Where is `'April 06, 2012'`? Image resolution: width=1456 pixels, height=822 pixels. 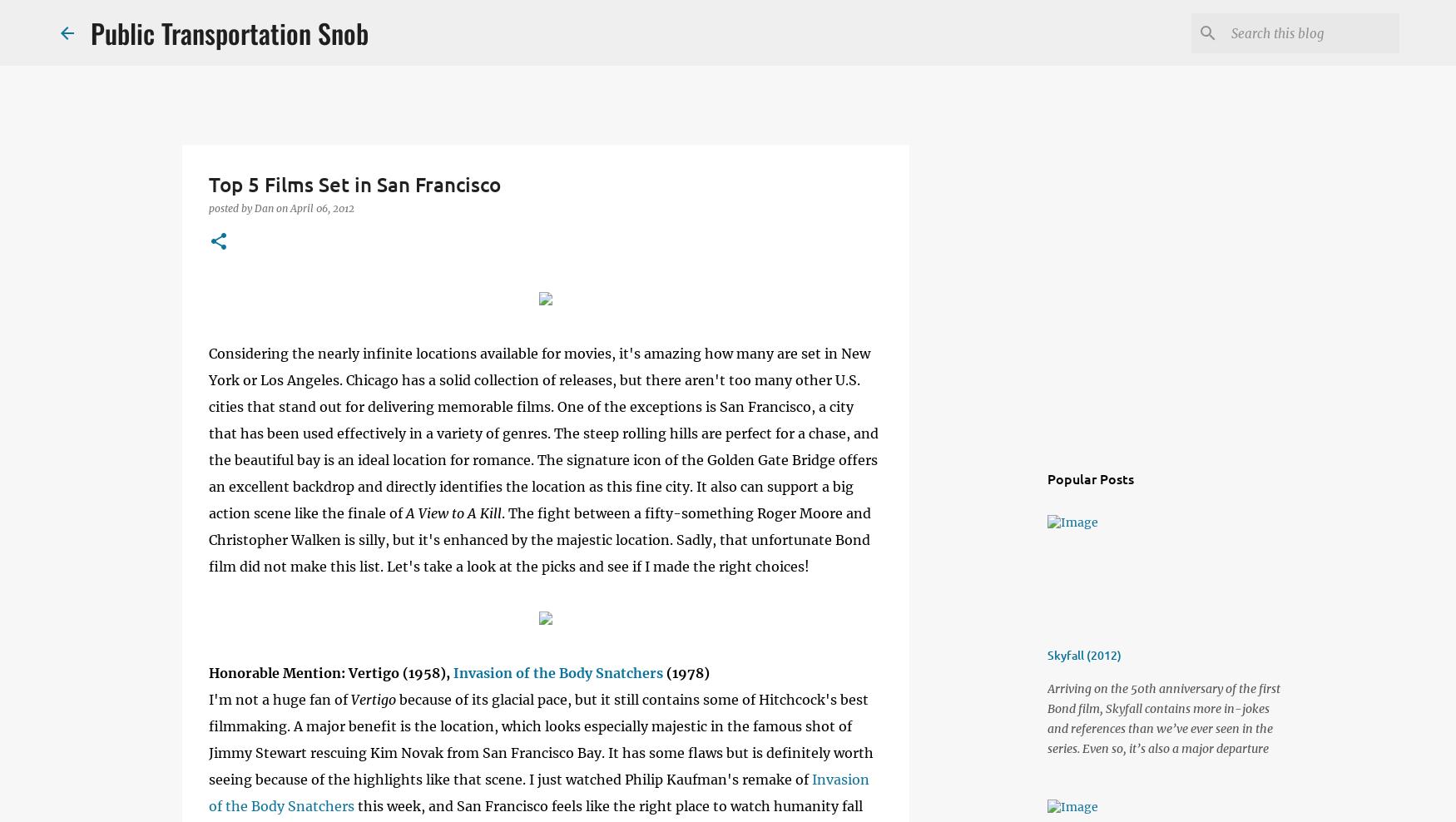 'April 06, 2012' is located at coordinates (321, 207).